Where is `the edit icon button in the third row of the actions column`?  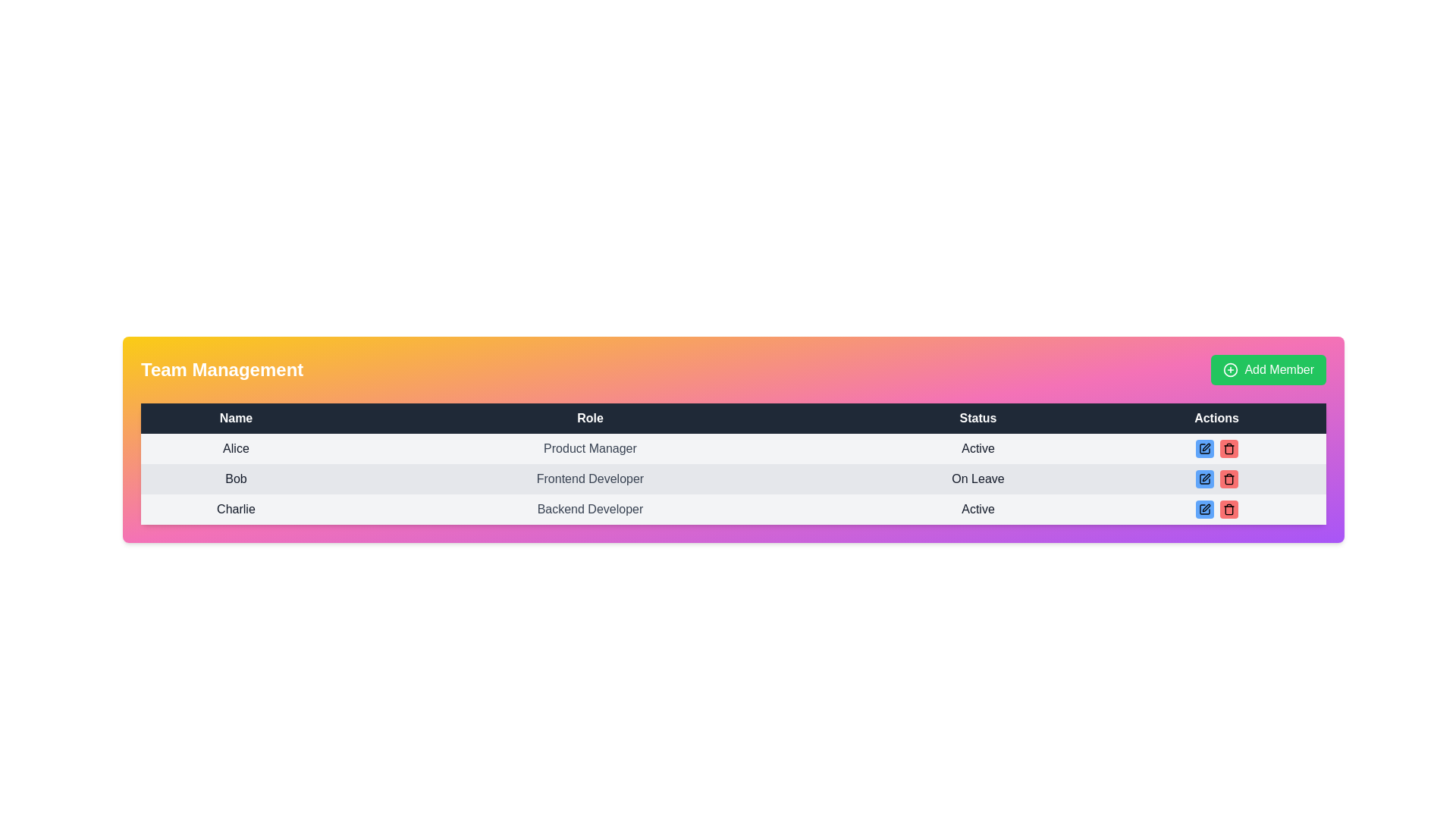
the edit icon button in the third row of the actions column is located at coordinates (1203, 479).